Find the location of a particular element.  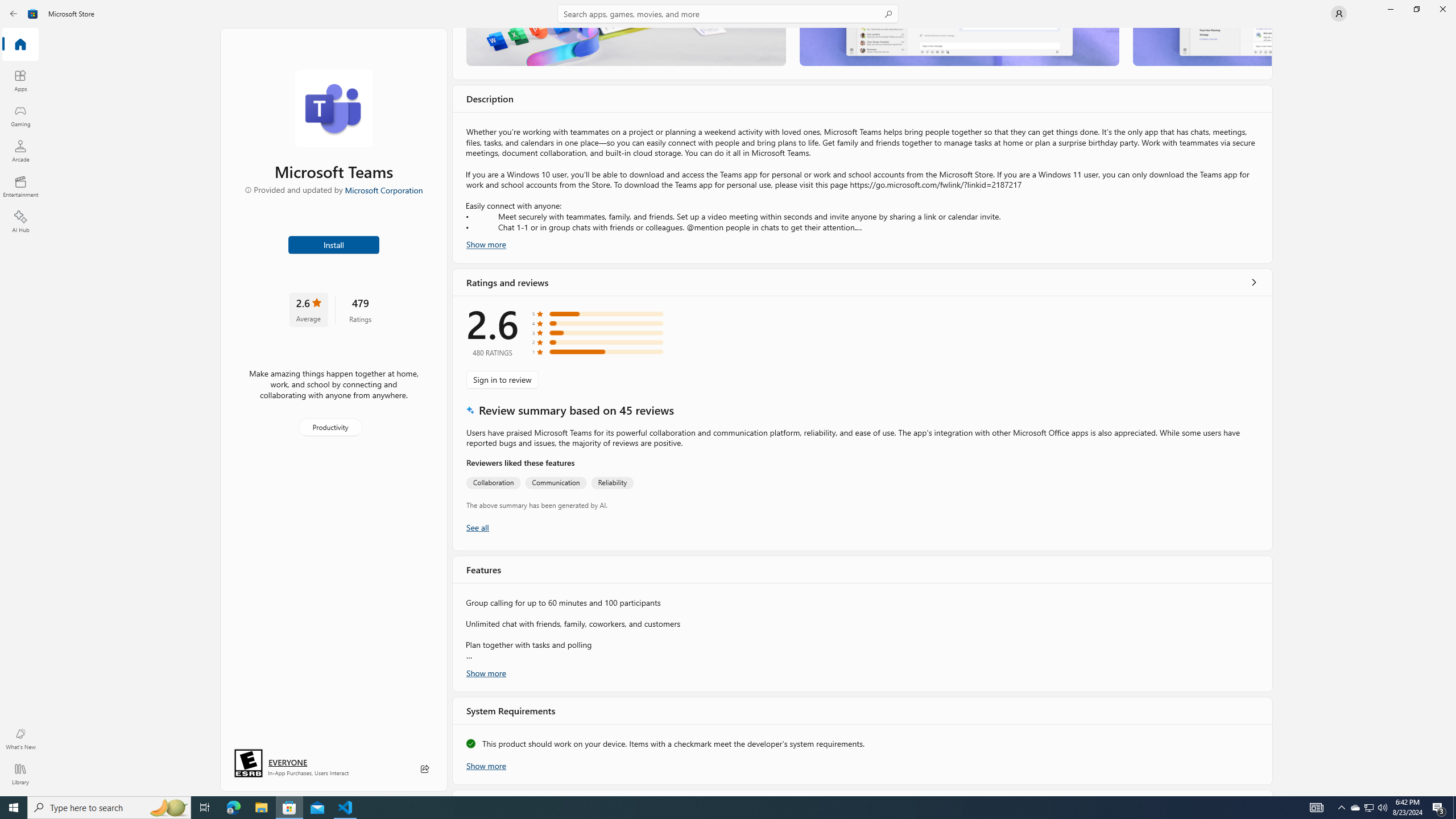

'2.6 stars. Click to skip to ratings and reviews' is located at coordinates (308, 309).